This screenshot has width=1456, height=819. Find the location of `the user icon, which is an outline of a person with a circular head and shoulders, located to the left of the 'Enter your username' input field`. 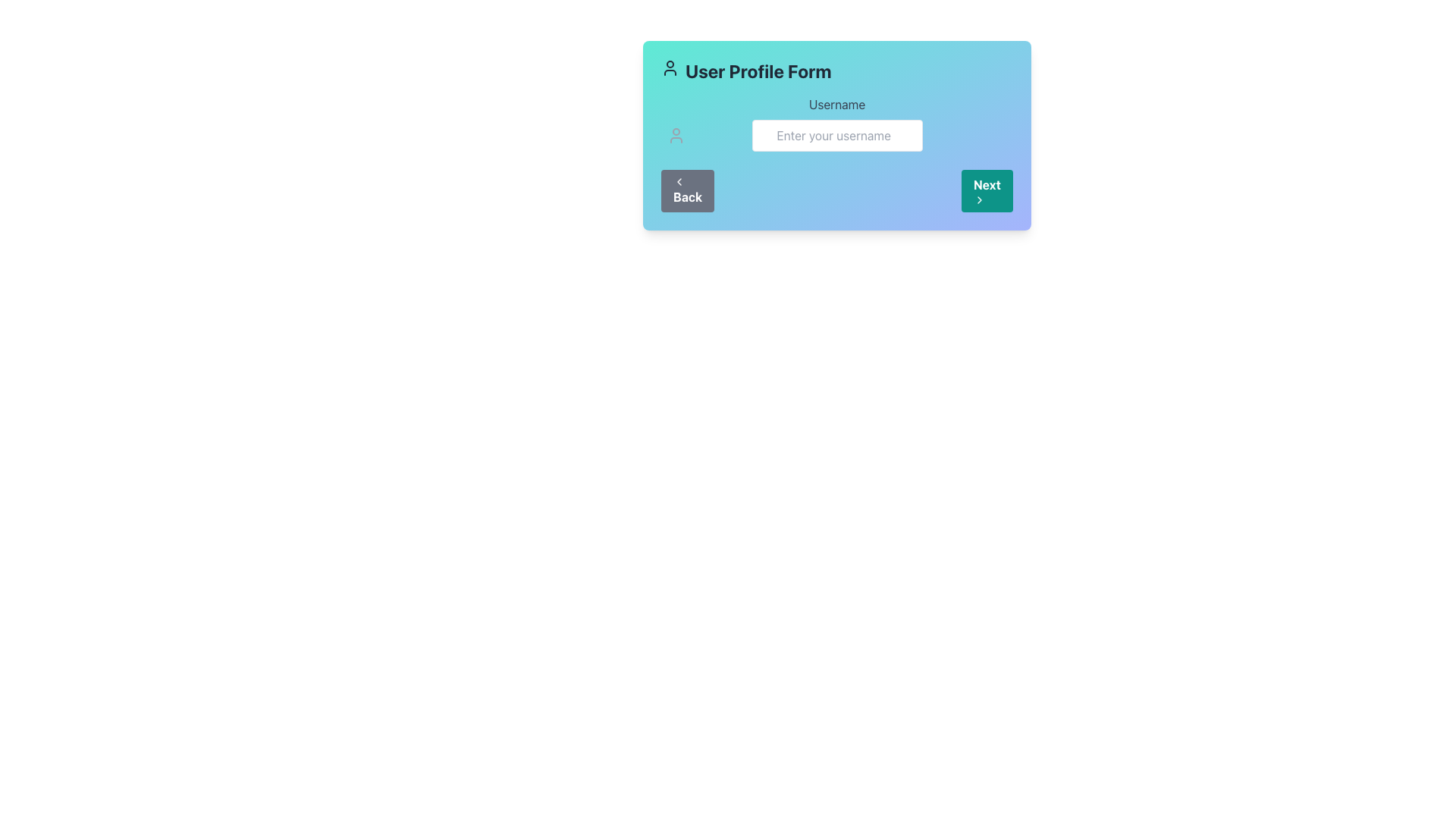

the user icon, which is an outline of a person with a circular head and shoulders, located to the left of the 'Enter your username' input field is located at coordinates (676, 134).